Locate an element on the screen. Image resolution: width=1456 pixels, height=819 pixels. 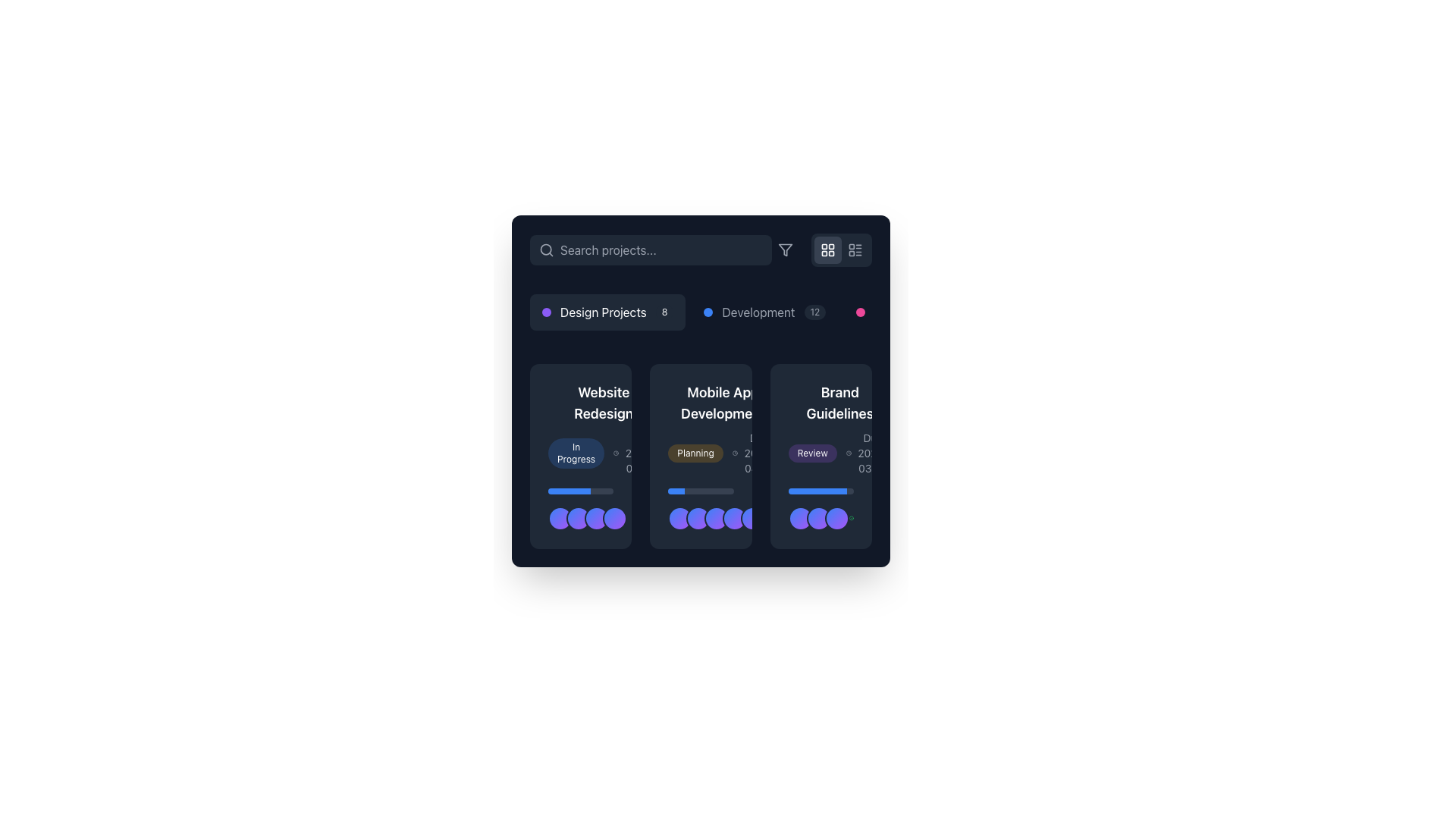
the gray funnel icon button located between the search bar and layout-grid icon button is located at coordinates (786, 249).